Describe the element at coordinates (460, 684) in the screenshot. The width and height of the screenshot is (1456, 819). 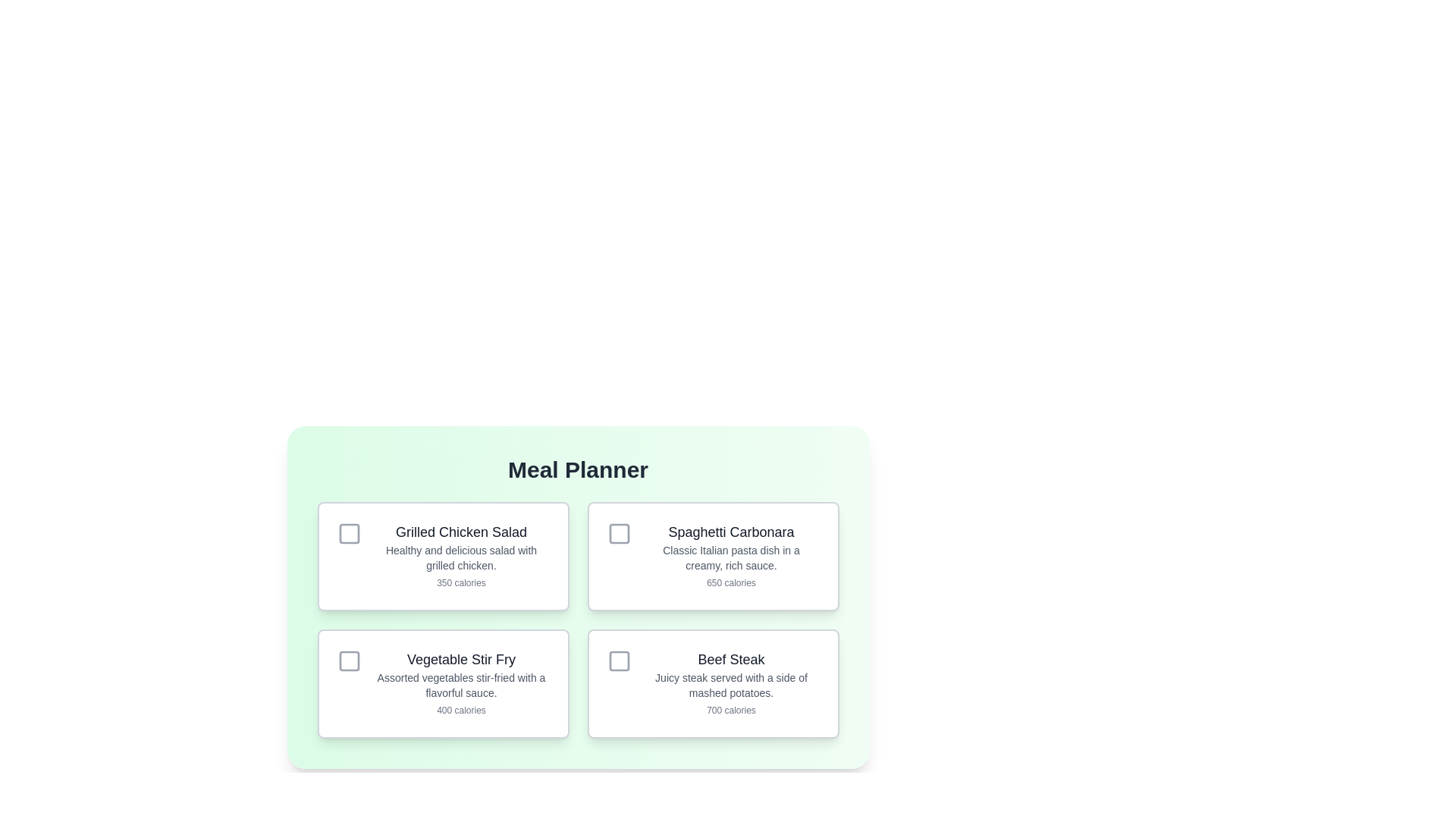
I see `the informational text block displaying 'Vegetable Stir Fry', which includes a heading, description, and calorie count, located in the second row of the 'Meal Planner' grid layout` at that location.